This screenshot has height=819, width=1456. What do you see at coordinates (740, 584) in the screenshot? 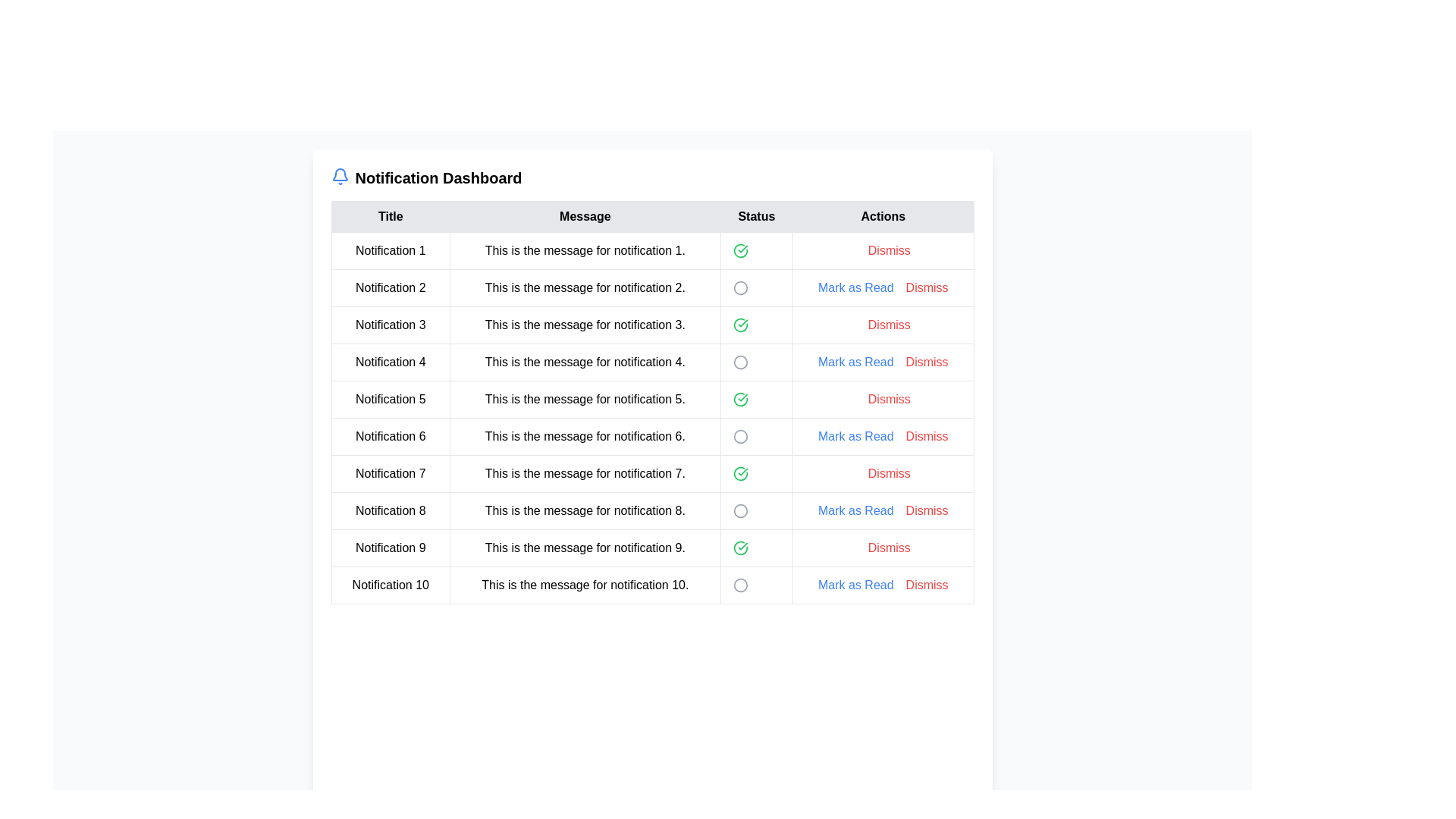
I see `the interactive icon in the 'Status' cell for the 'Notification 10' row to change its state from unread to read` at bounding box center [740, 584].